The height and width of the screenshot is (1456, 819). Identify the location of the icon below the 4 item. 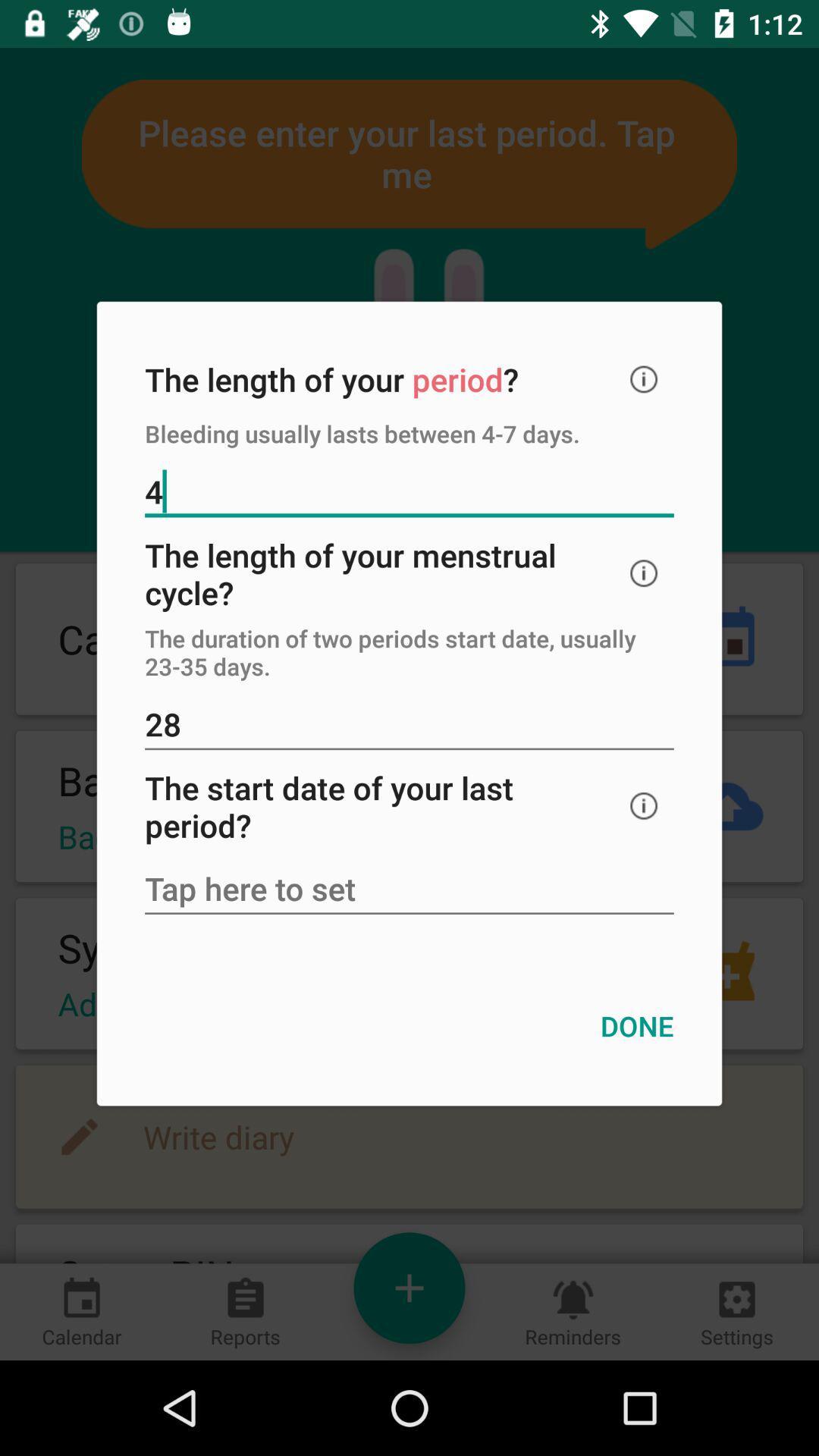
(644, 573).